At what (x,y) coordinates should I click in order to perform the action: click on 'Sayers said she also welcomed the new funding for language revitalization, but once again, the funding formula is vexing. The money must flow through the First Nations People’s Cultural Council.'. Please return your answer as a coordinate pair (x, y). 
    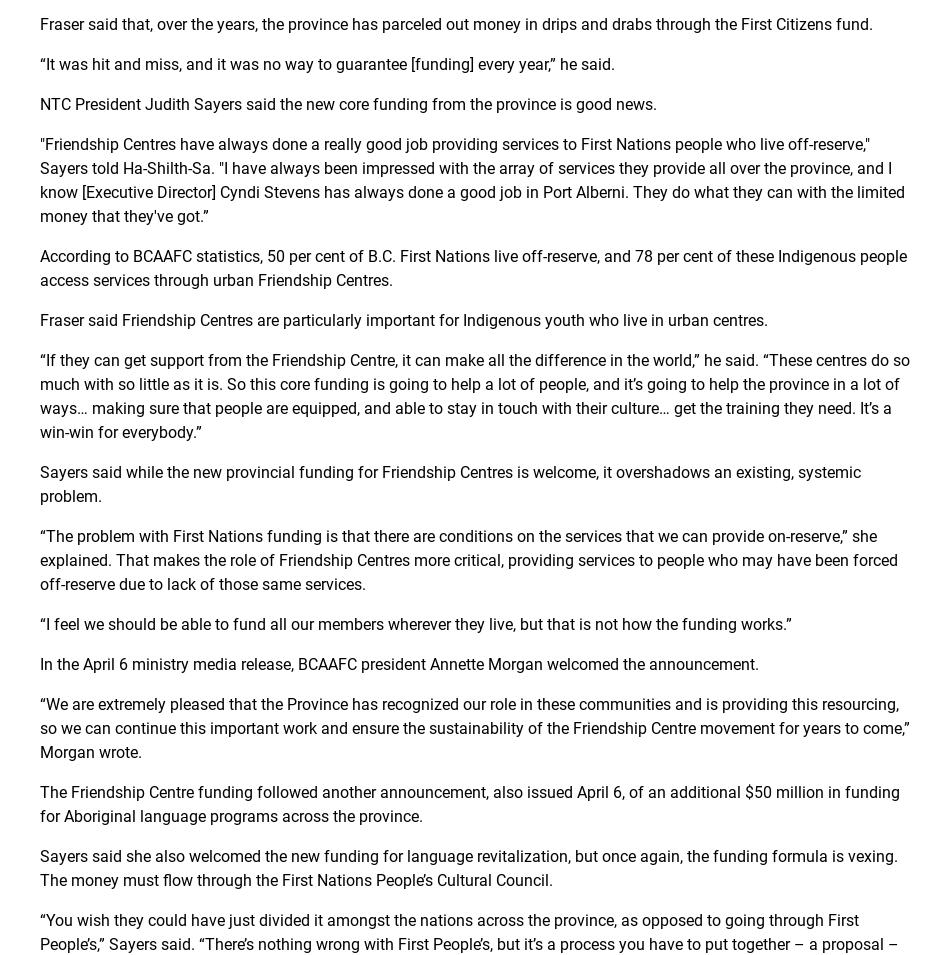
    Looking at the image, I should click on (39, 868).